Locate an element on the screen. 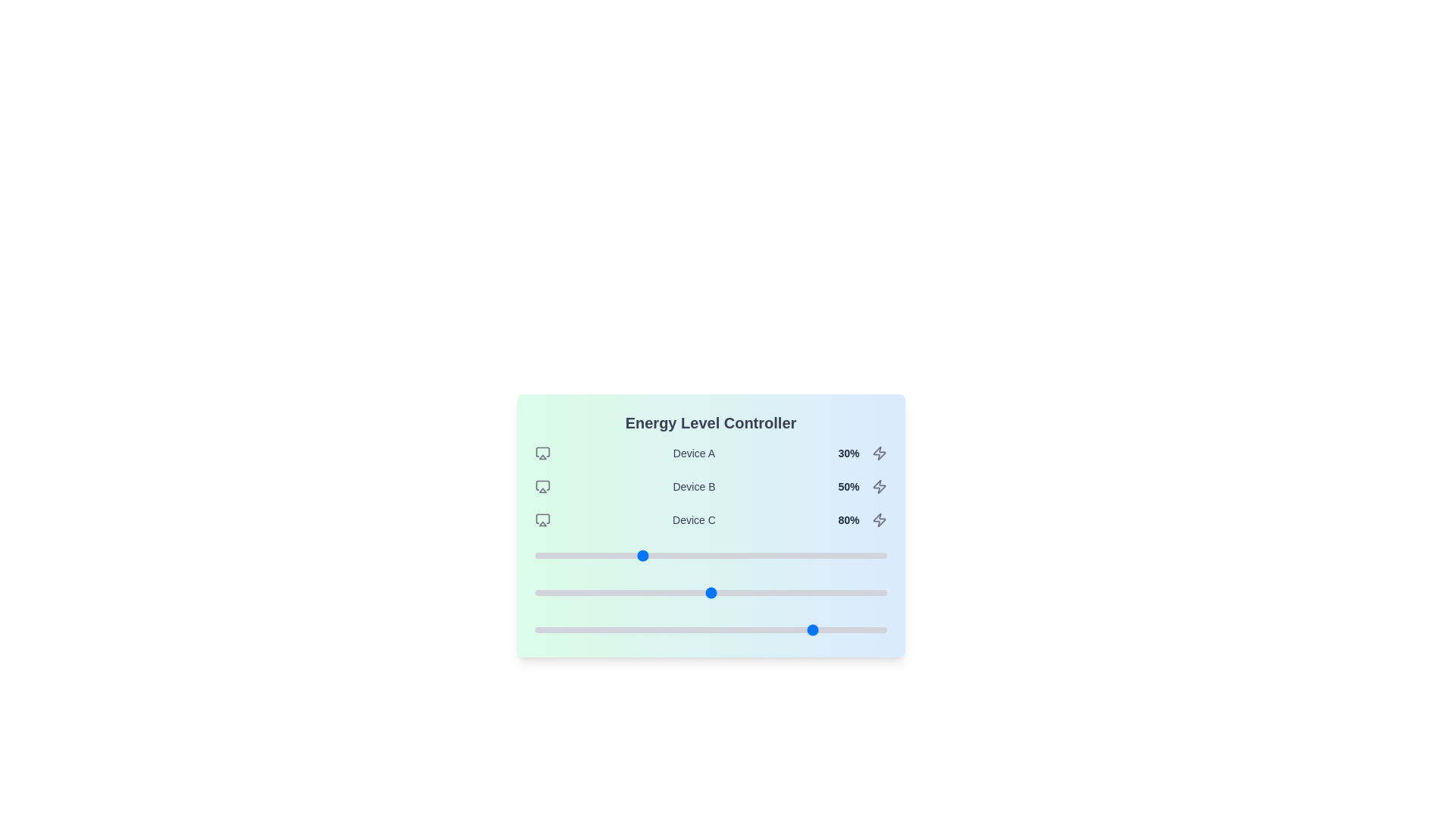 This screenshot has height=819, width=1456. the slider for Device C to set the energy level to 52% is located at coordinates (717, 629).